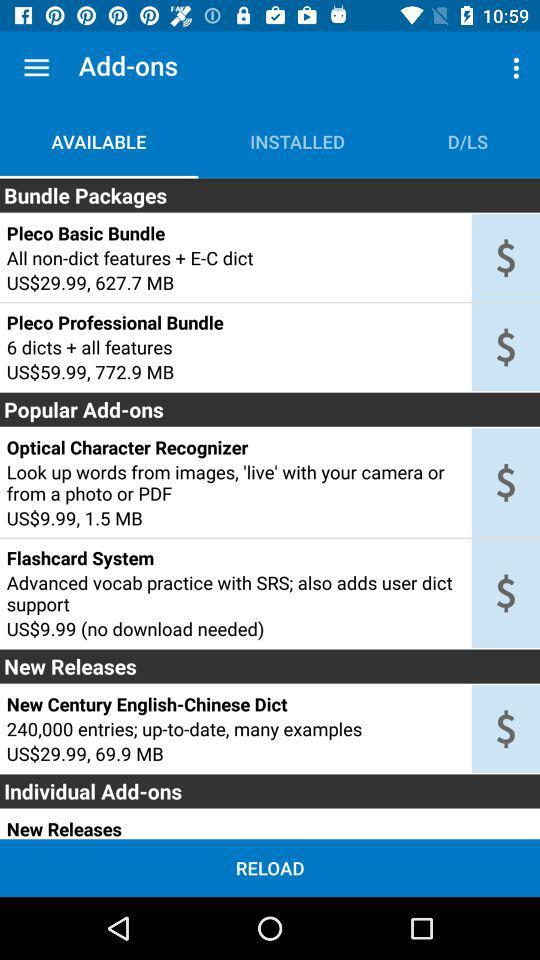 This screenshot has width=540, height=960. I want to click on item above the bundle packages item, so click(296, 140).